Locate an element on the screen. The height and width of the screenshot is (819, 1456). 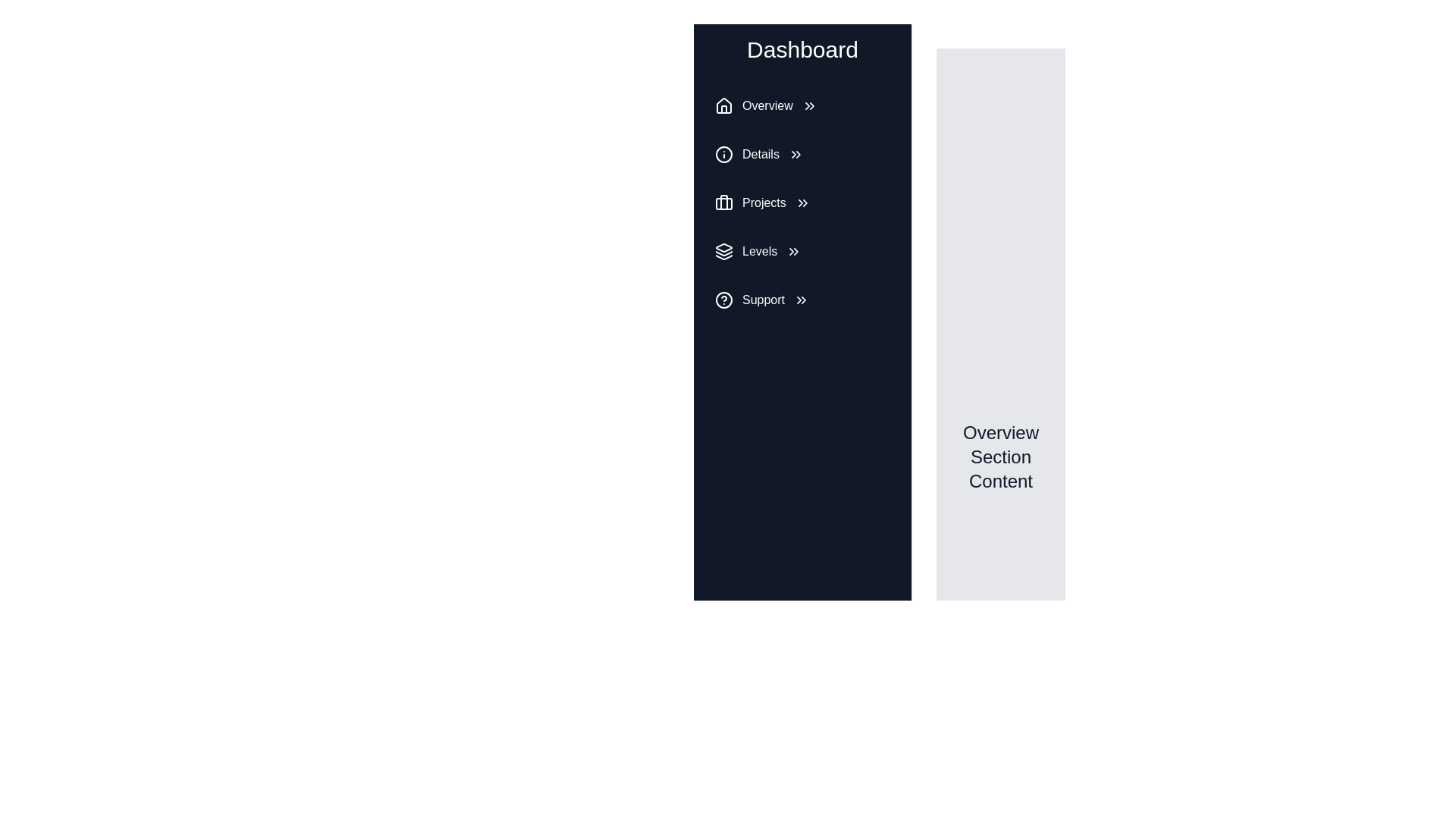
the 'Overview' text label in the vertical navigation menu is located at coordinates (767, 105).